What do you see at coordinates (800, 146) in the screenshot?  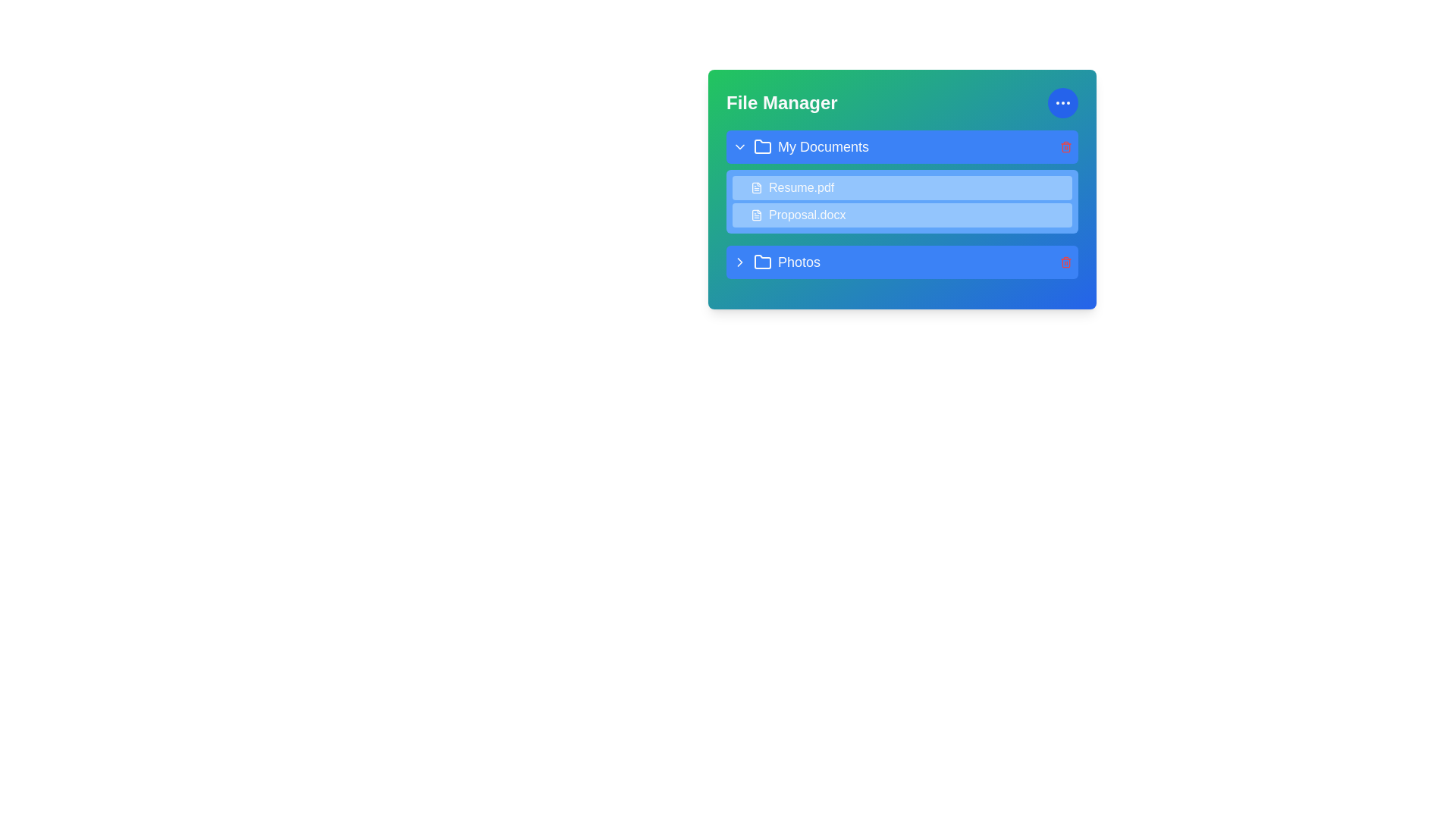 I see `the label for the folder named 'My Documents', which is the first visible option in the list of the file manager's main panel` at bounding box center [800, 146].